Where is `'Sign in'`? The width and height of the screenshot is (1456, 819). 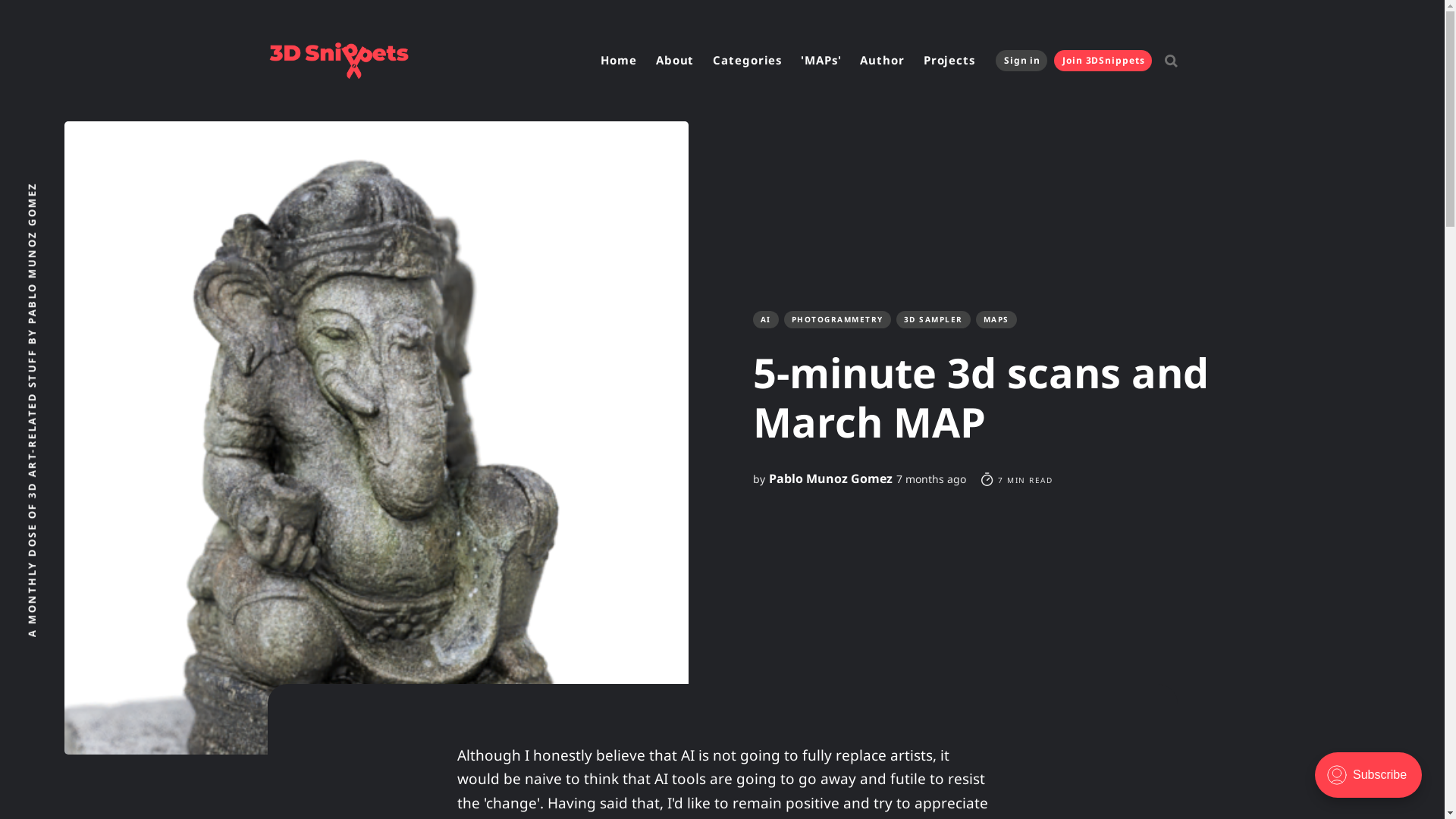
'Sign in' is located at coordinates (996, 60).